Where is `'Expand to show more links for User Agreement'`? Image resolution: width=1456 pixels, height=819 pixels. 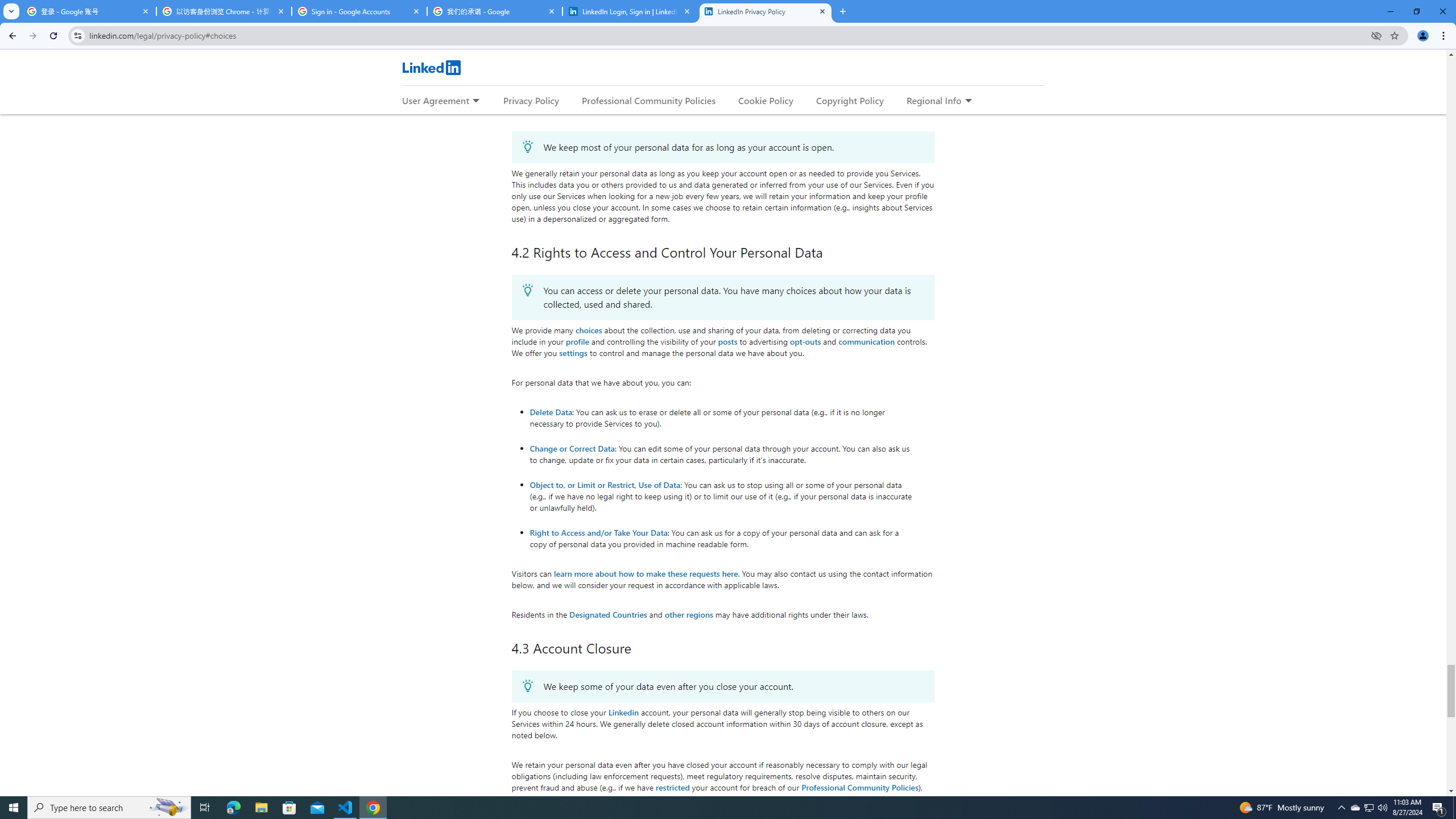
'Expand to show more links for User Agreement' is located at coordinates (475, 101).